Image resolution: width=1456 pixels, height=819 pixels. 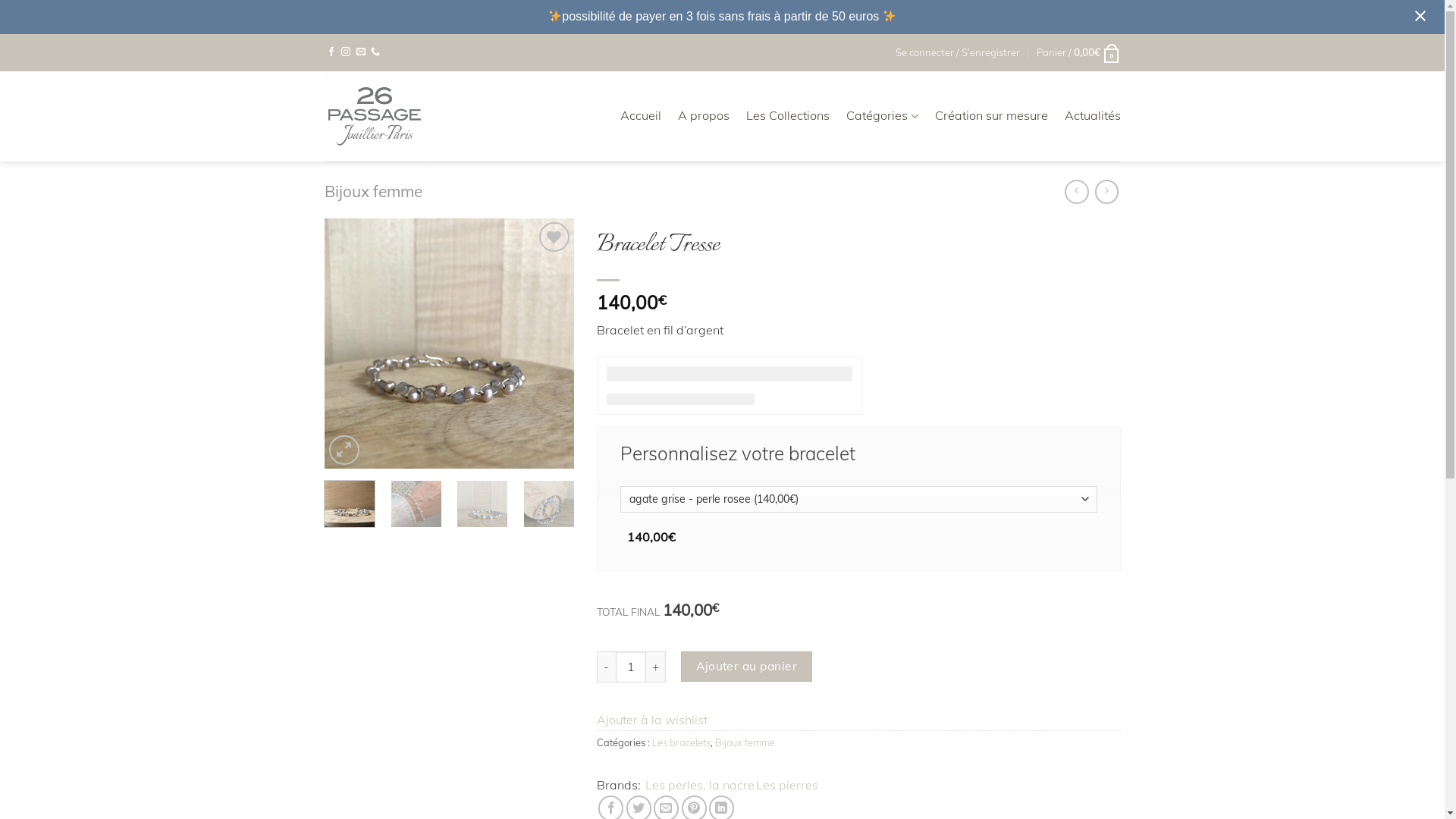 I want to click on 'Ajouter au panier', so click(x=746, y=666).